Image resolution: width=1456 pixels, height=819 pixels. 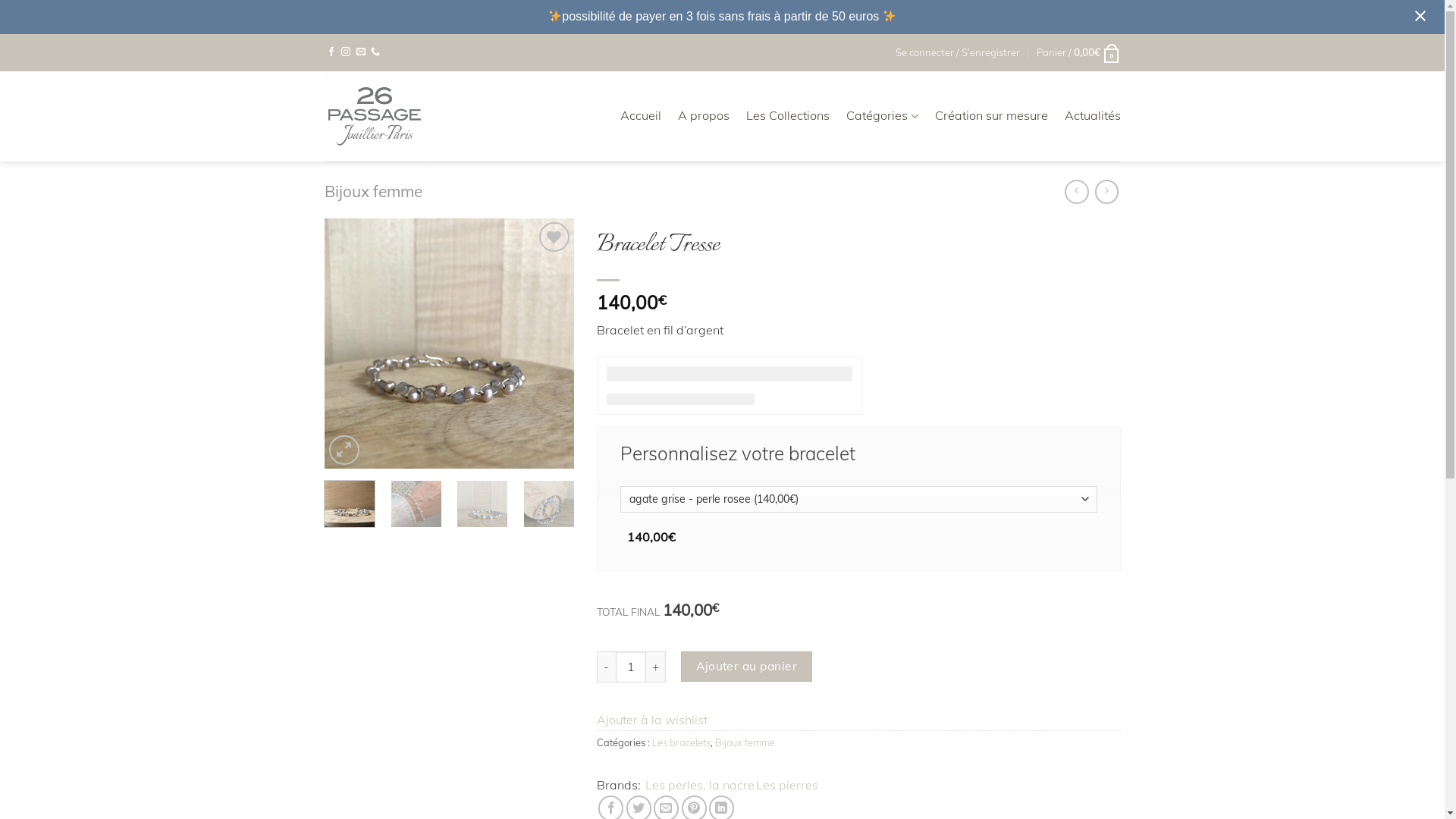 I want to click on 'Ajouter au panier', so click(x=746, y=666).